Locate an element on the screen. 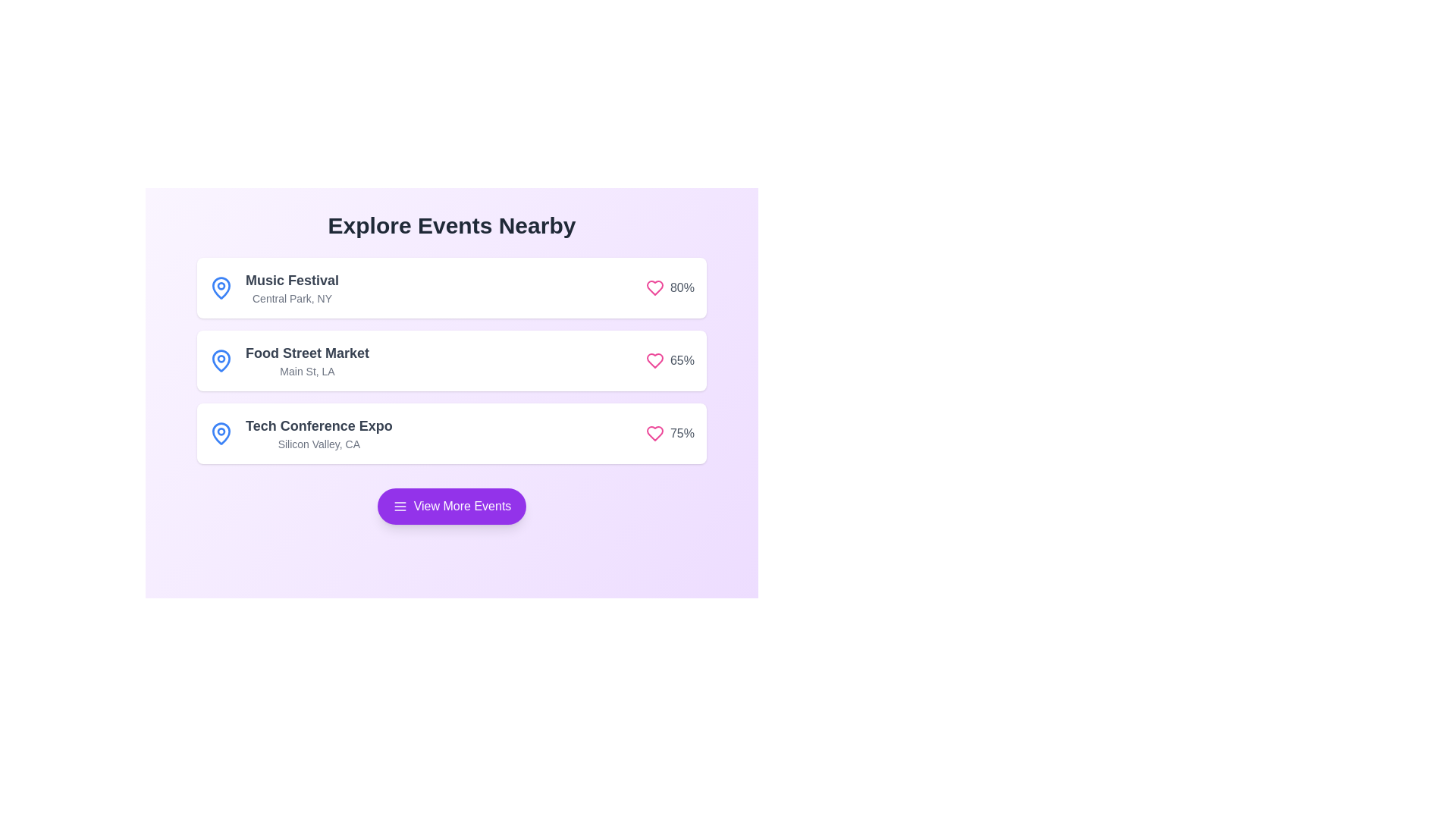  the rounded button with a purple background and white text reading 'View More Events' is located at coordinates (450, 506).